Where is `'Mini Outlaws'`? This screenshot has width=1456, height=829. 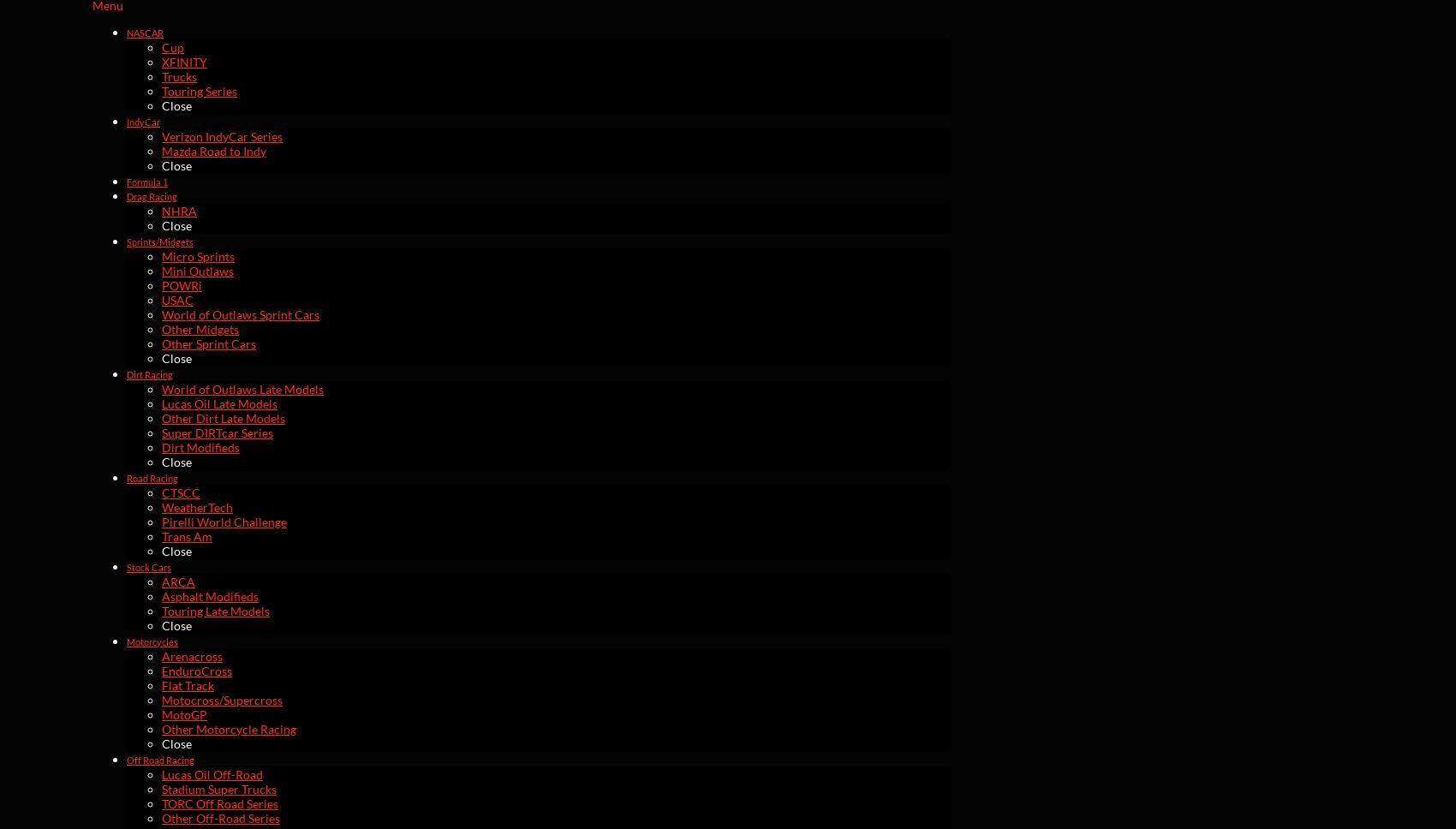 'Mini Outlaws' is located at coordinates (198, 269).